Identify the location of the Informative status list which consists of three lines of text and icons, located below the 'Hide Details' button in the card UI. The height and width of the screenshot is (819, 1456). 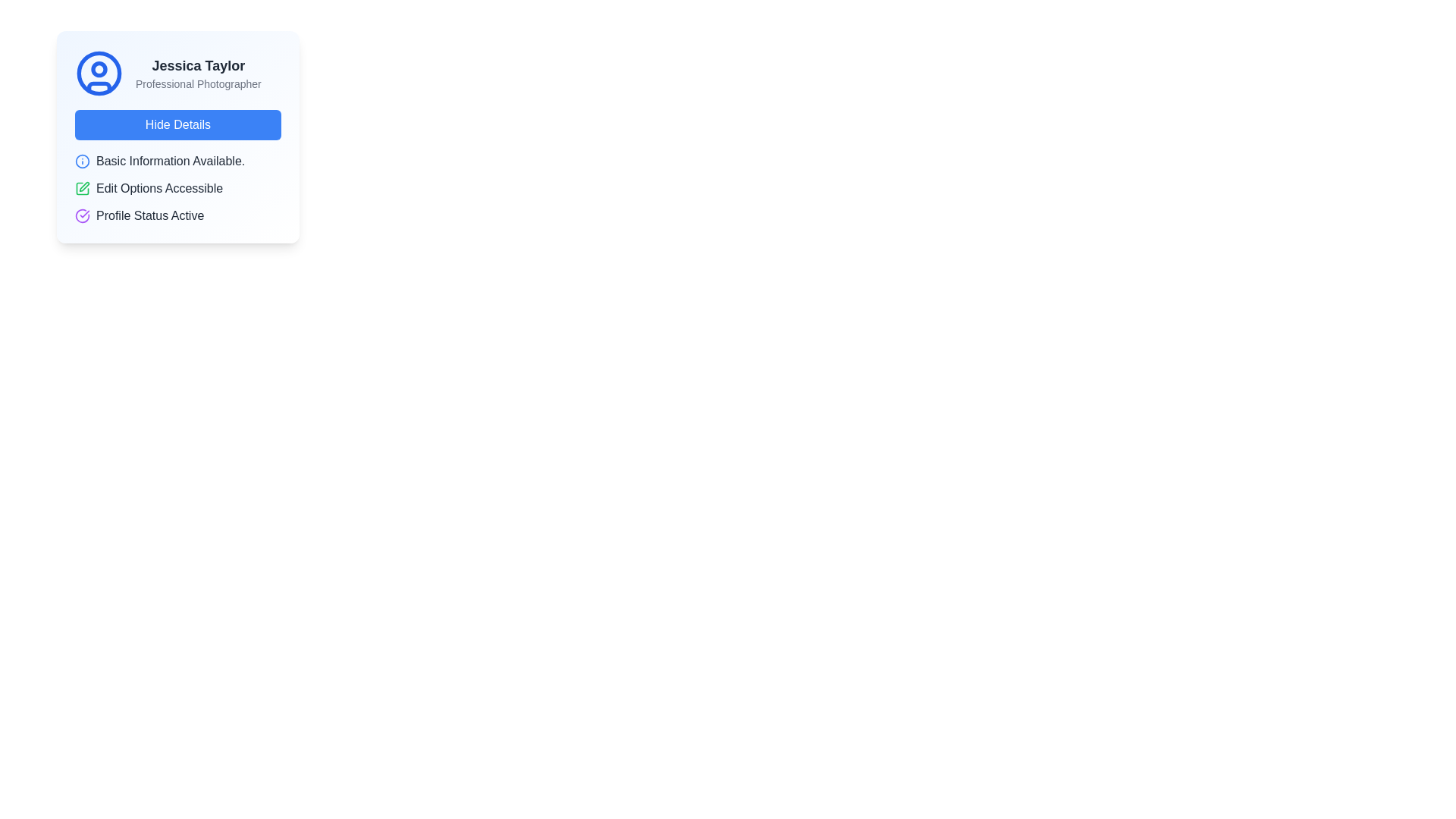
(178, 188).